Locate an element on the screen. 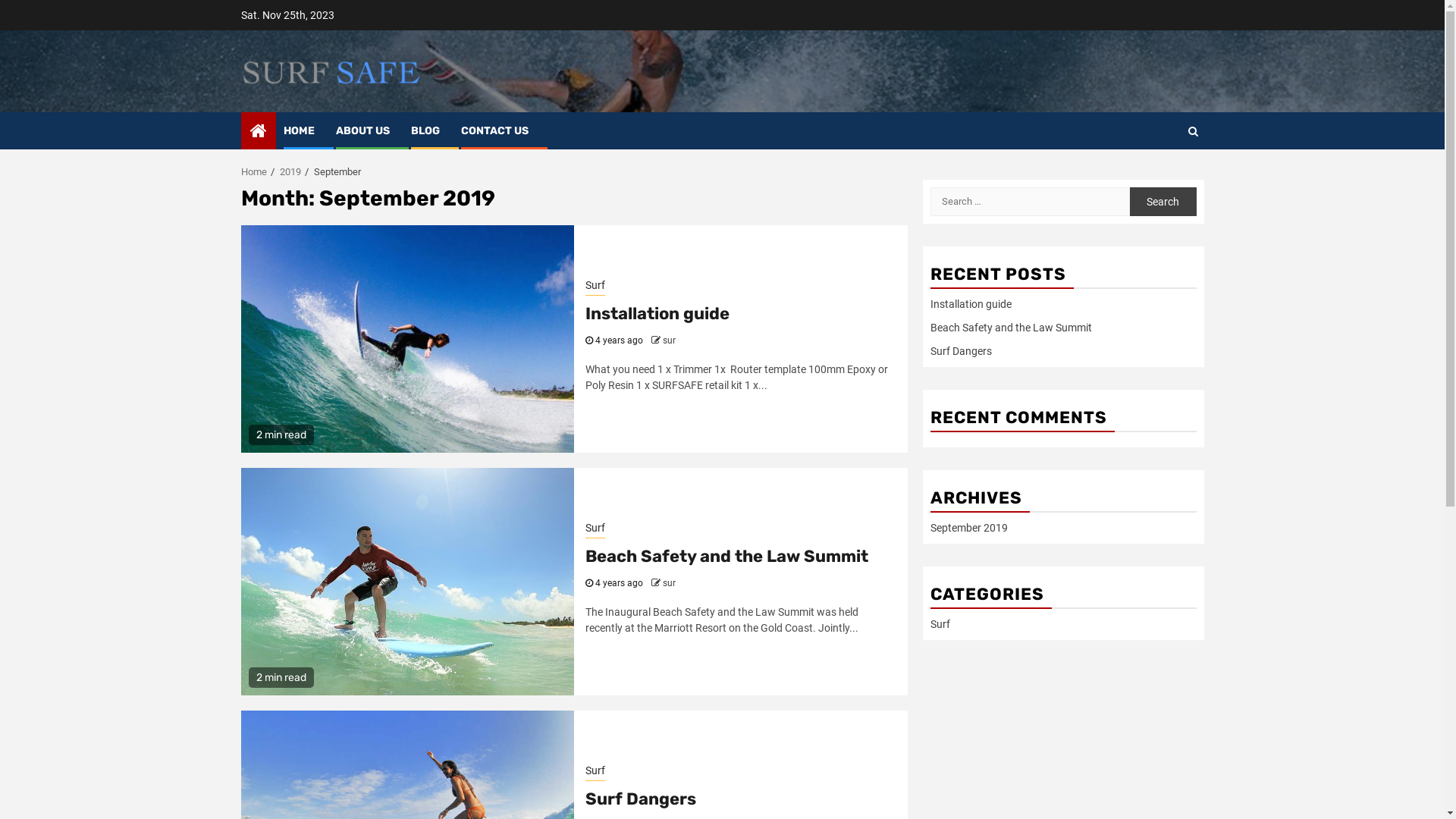  'Search' is located at coordinates (1129, 200).